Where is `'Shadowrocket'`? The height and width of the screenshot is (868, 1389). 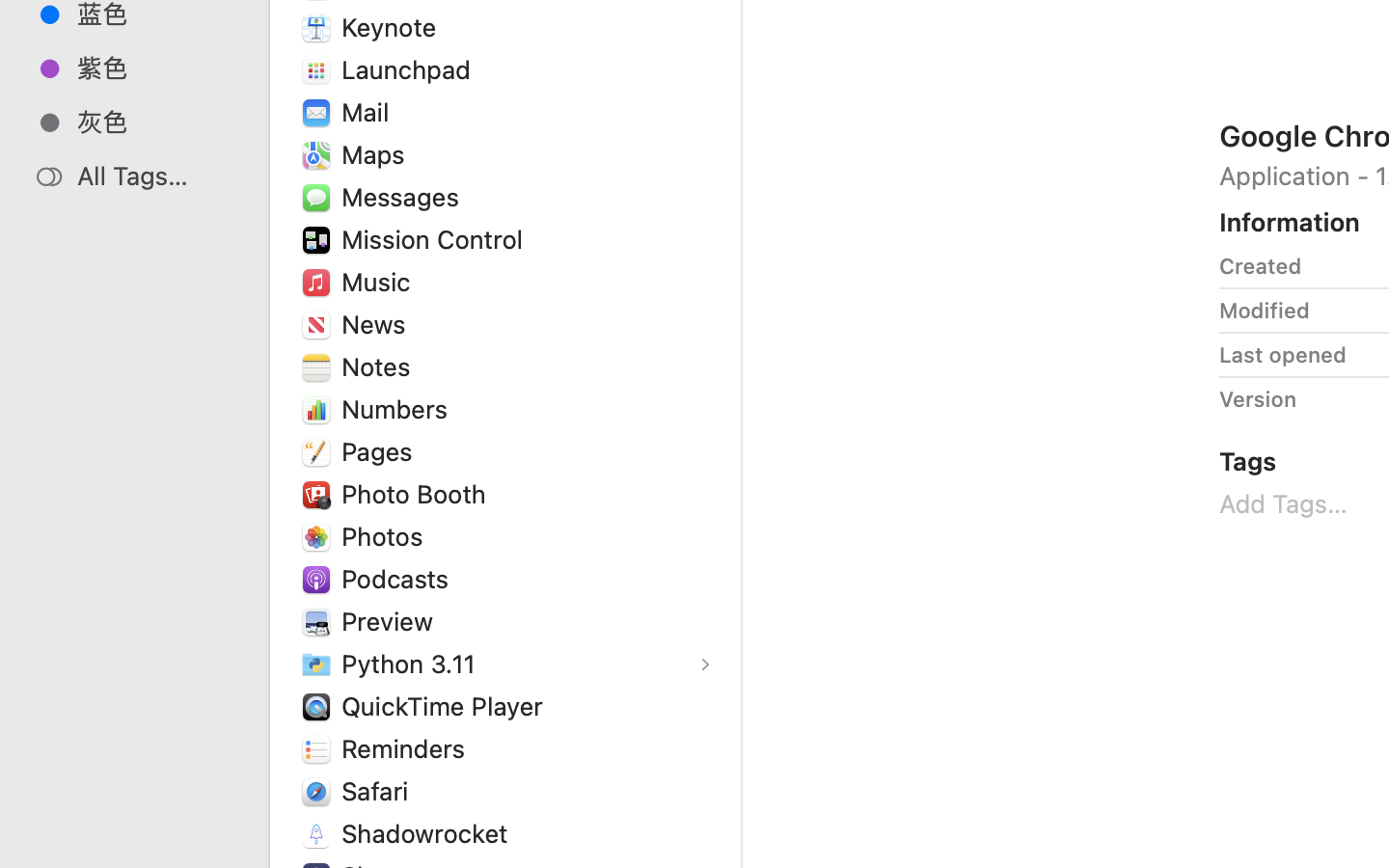 'Shadowrocket' is located at coordinates (428, 833).